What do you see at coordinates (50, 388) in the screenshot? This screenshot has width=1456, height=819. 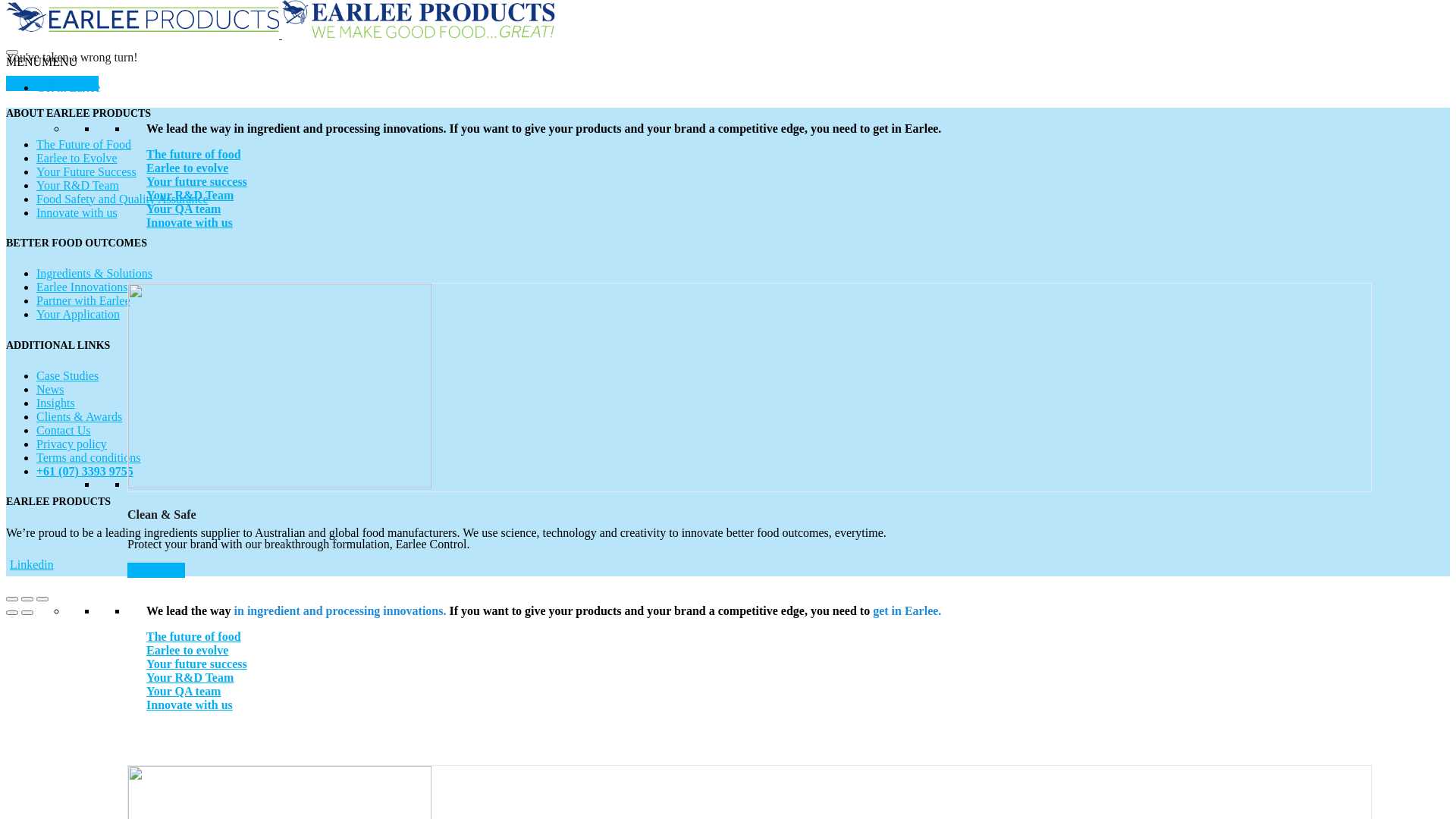 I see `'News'` at bounding box center [50, 388].